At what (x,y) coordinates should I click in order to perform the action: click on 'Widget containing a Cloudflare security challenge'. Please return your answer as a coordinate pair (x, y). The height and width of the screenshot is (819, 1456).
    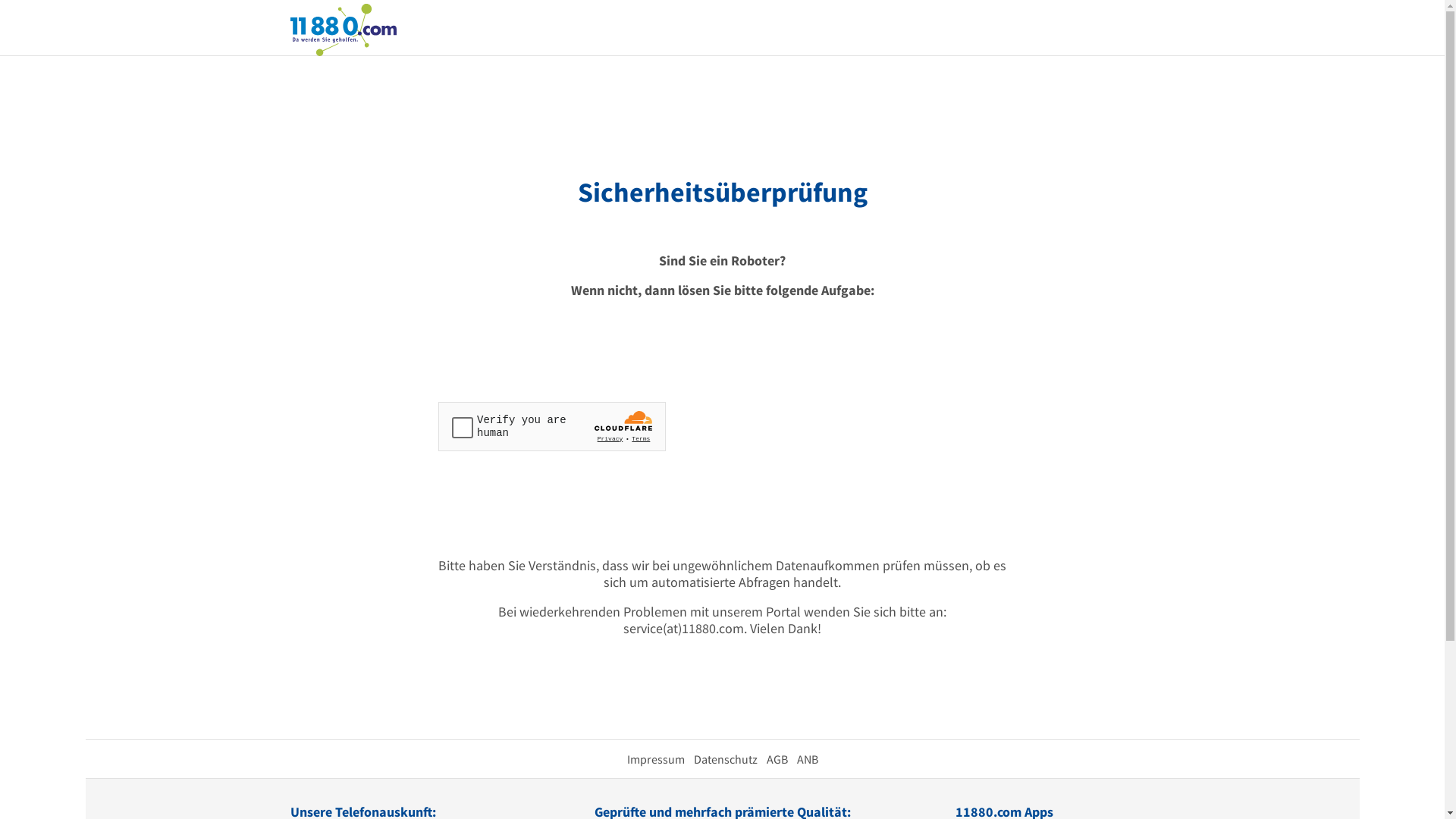
    Looking at the image, I should click on (551, 426).